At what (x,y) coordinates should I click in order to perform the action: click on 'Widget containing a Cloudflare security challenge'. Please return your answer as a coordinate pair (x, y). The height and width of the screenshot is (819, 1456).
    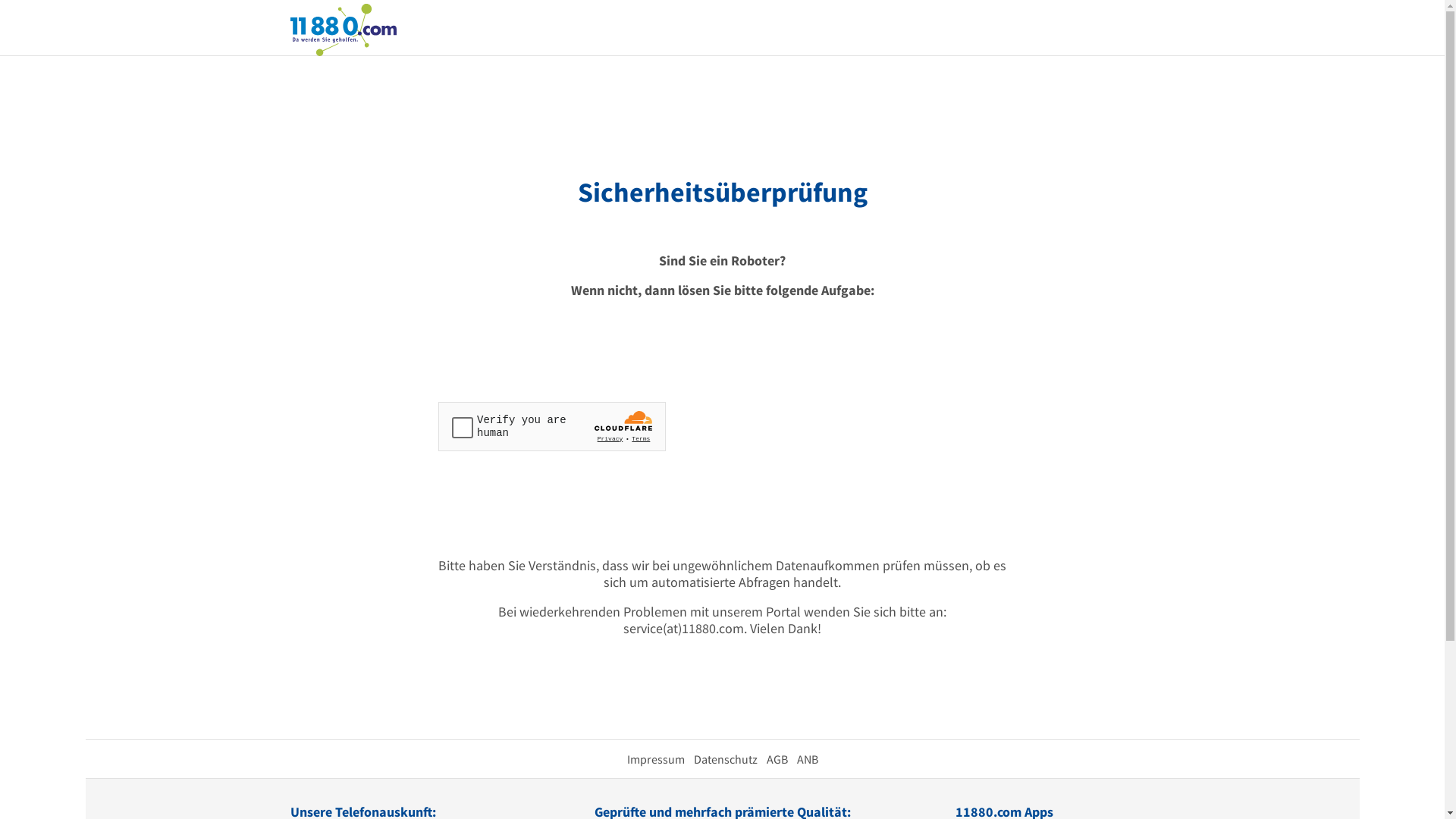
    Looking at the image, I should click on (551, 426).